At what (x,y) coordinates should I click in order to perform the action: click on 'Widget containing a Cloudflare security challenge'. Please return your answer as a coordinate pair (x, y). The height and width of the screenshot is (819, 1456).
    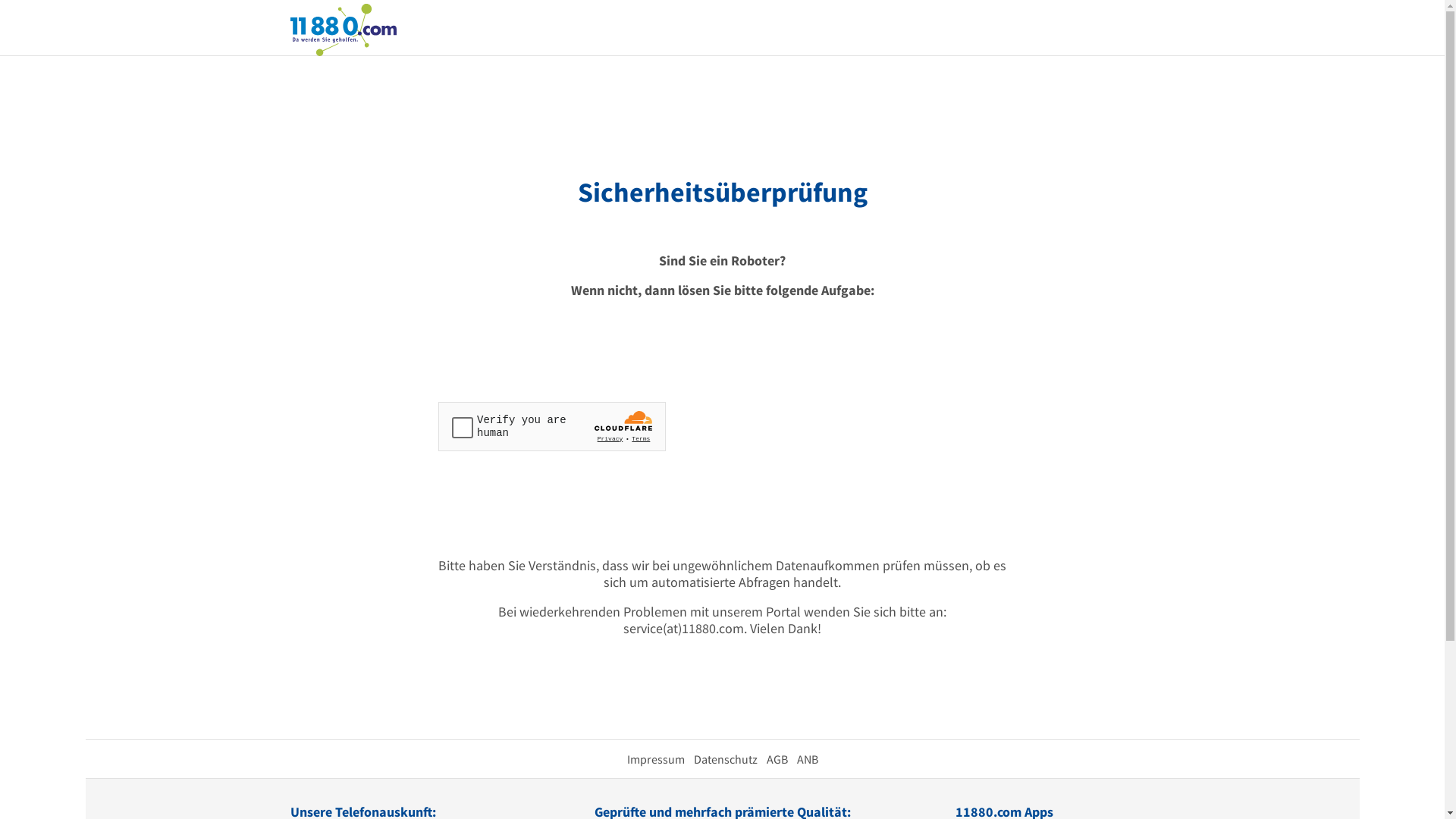
    Looking at the image, I should click on (551, 426).